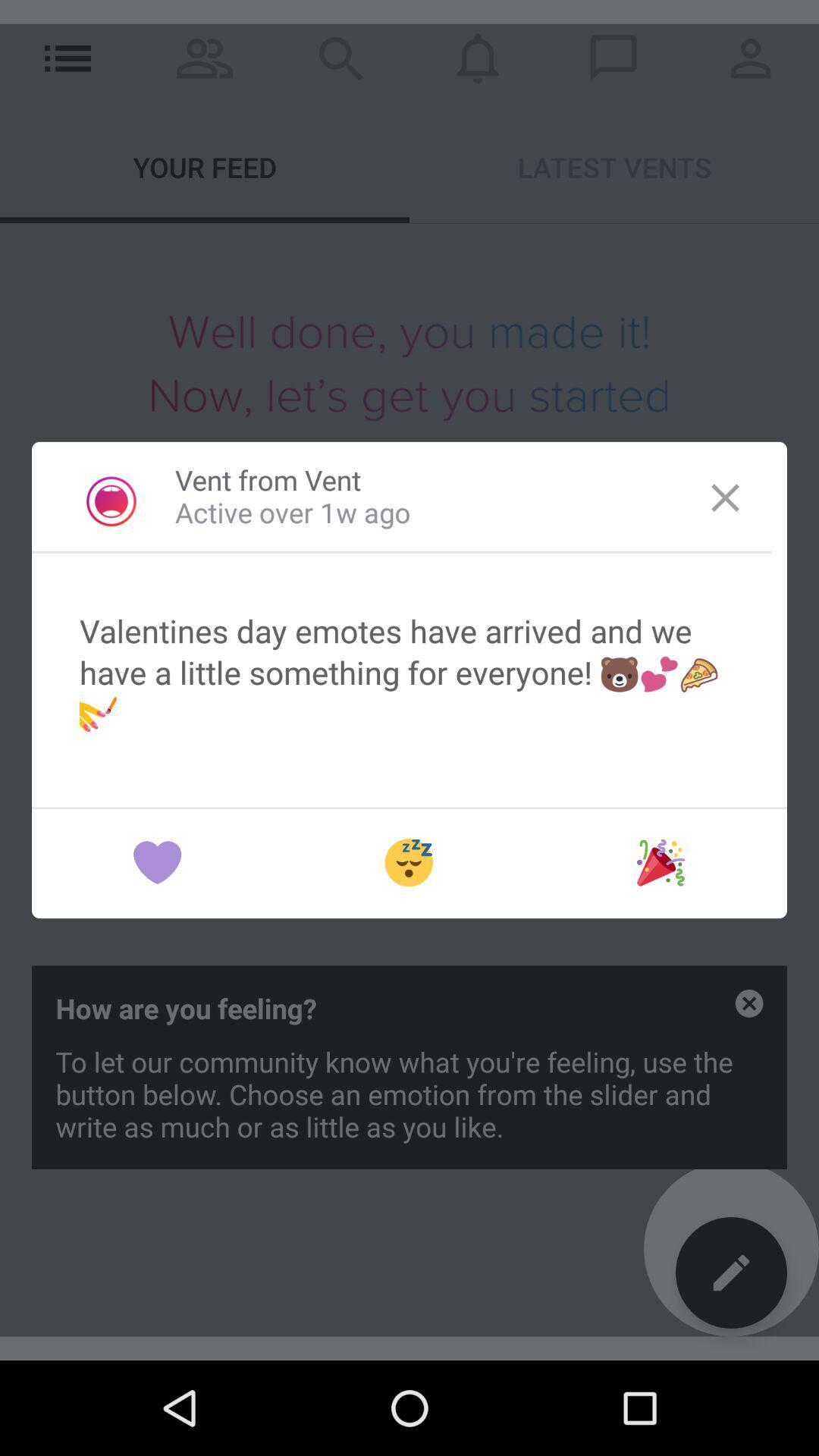 The width and height of the screenshot is (819, 1456). I want to click on valentines day emotes item, so click(409, 671).